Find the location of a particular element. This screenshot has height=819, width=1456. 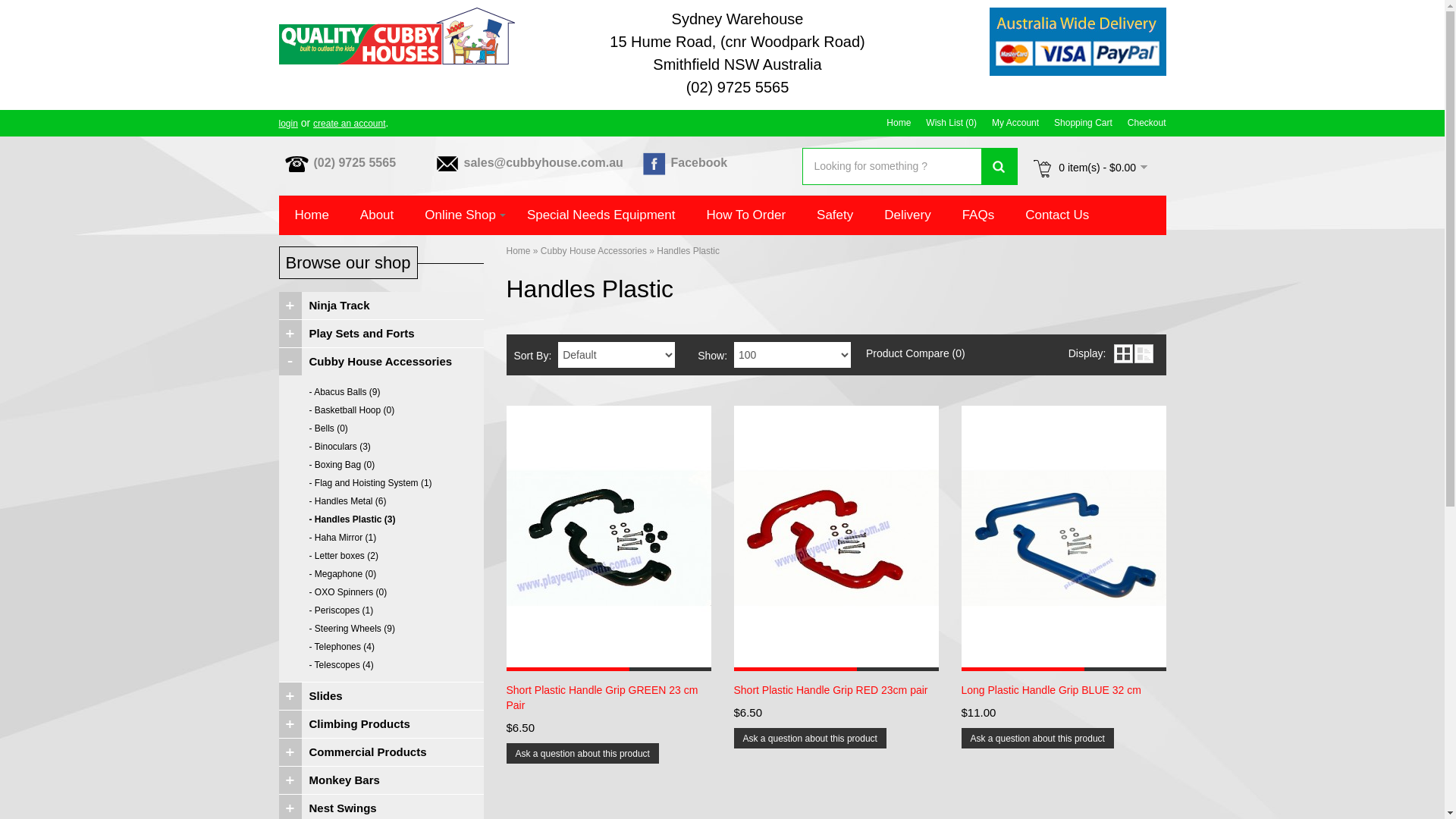

'- Handles Metal (6)' is located at coordinates (279, 500).